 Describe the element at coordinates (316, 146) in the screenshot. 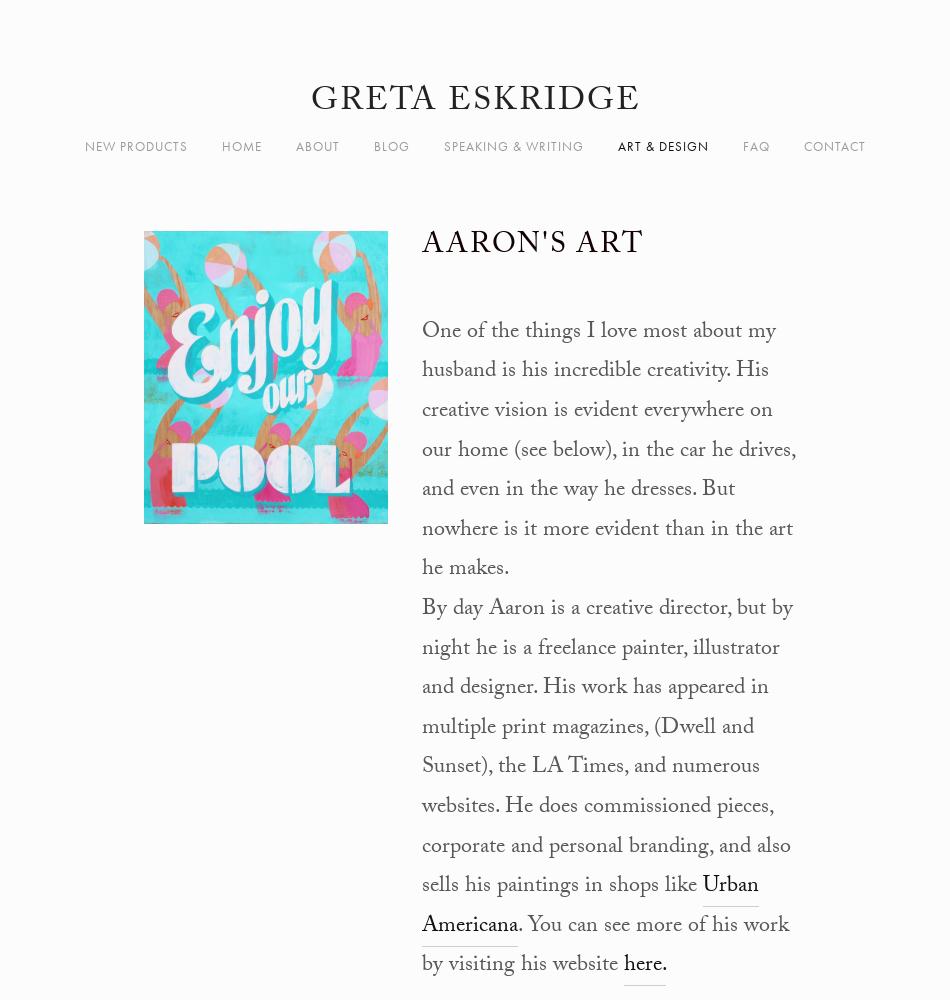

I see `'About'` at that location.